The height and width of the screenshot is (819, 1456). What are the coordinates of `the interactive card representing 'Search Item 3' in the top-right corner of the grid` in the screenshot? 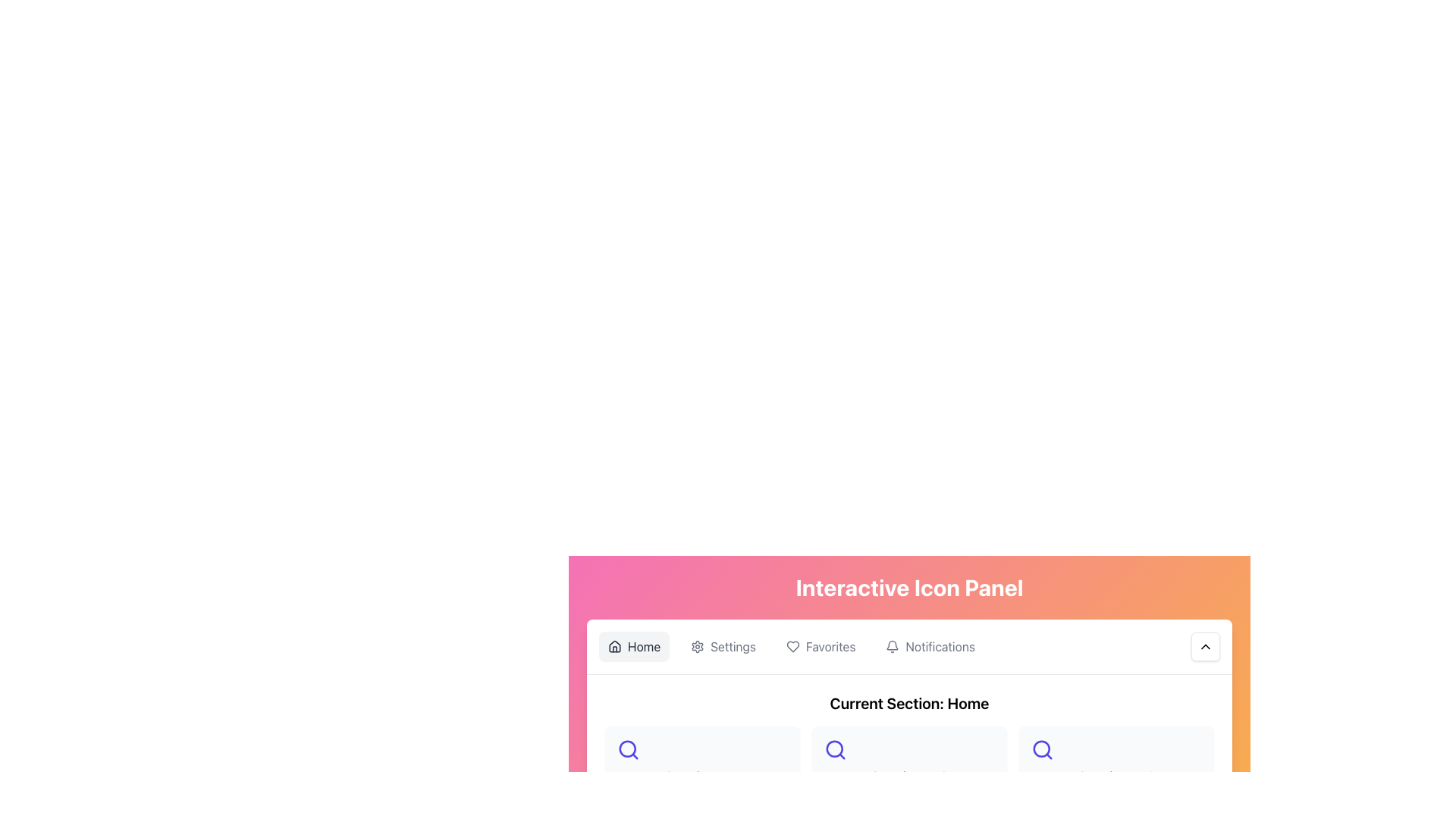 It's located at (1116, 762).